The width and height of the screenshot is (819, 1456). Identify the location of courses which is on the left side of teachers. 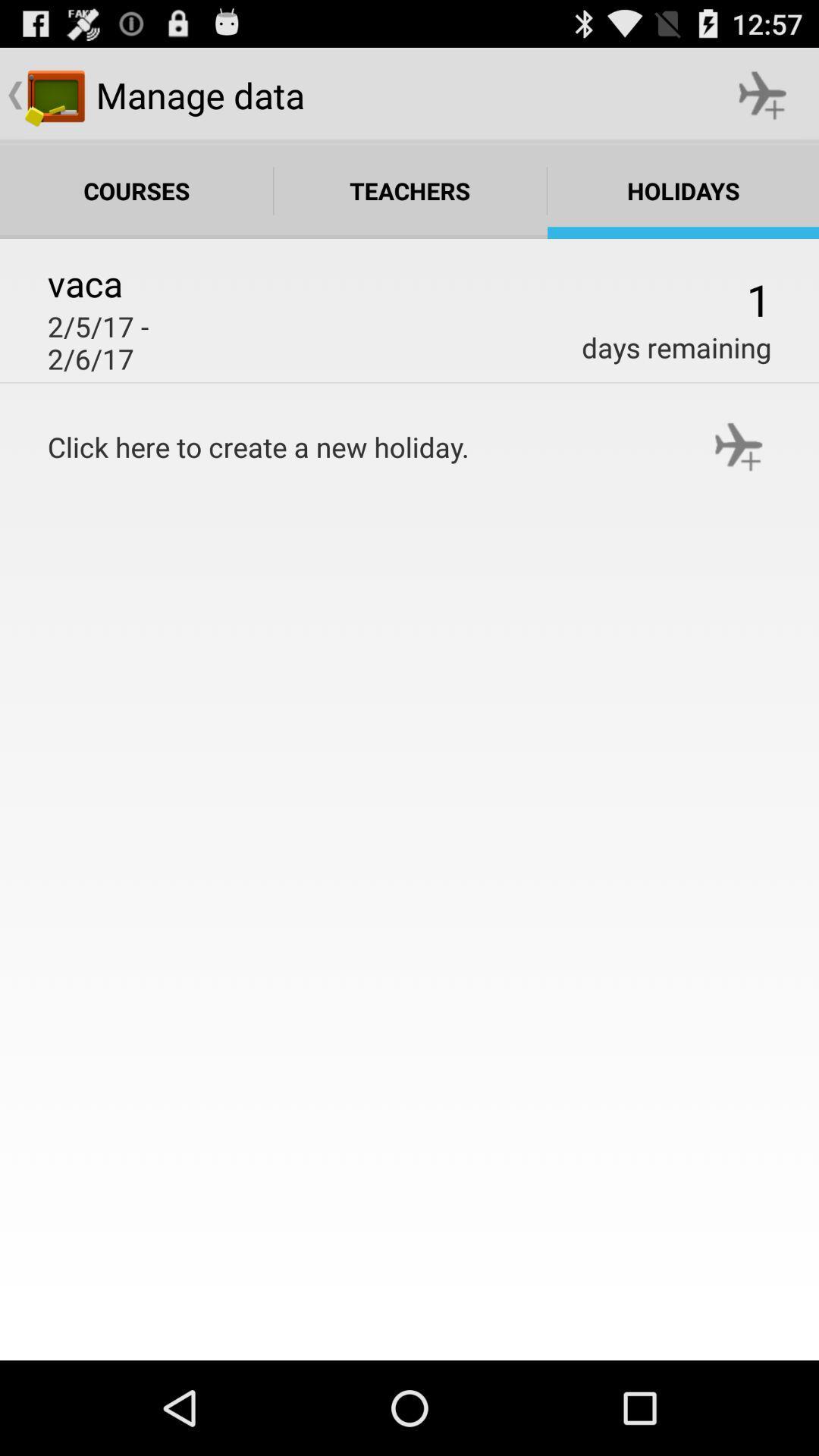
(137, 190).